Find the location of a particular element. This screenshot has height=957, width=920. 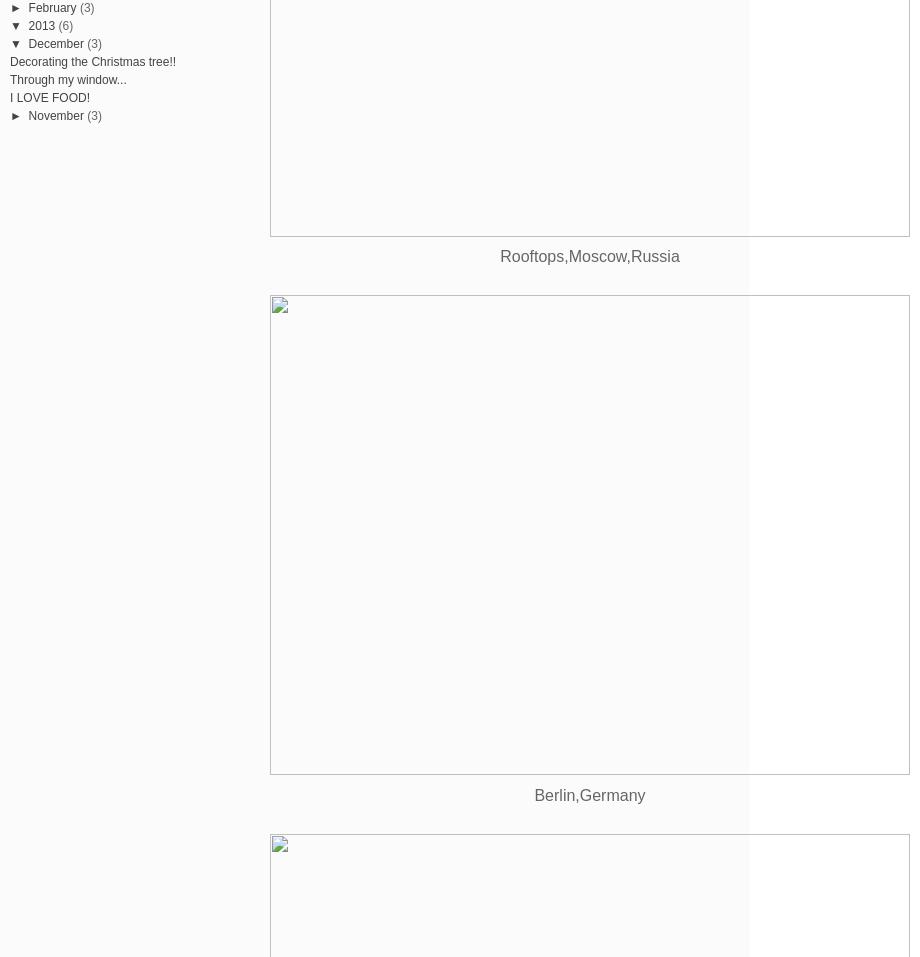

'(6)' is located at coordinates (65, 23).